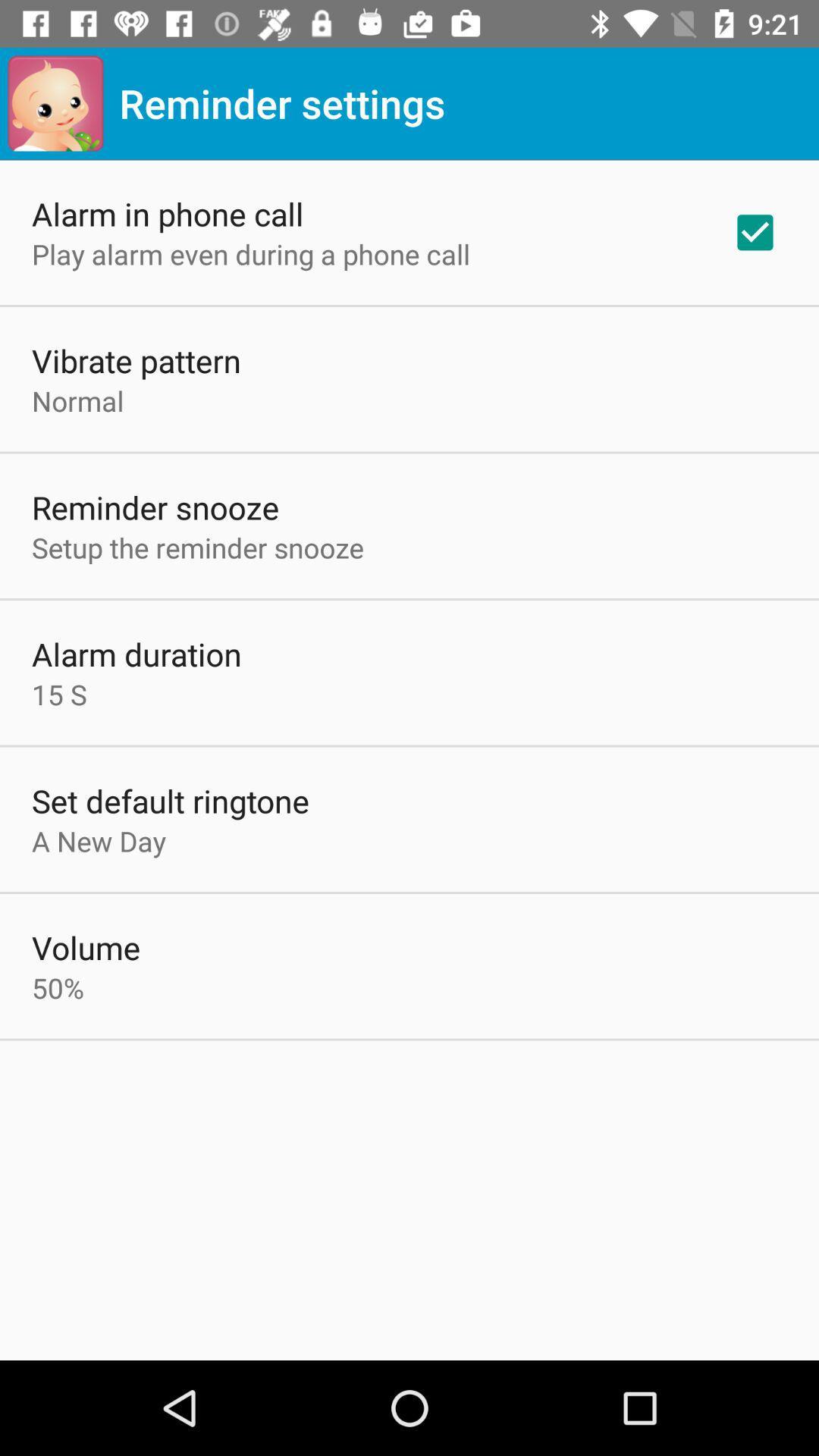 This screenshot has height=1456, width=819. I want to click on a new day item, so click(99, 840).